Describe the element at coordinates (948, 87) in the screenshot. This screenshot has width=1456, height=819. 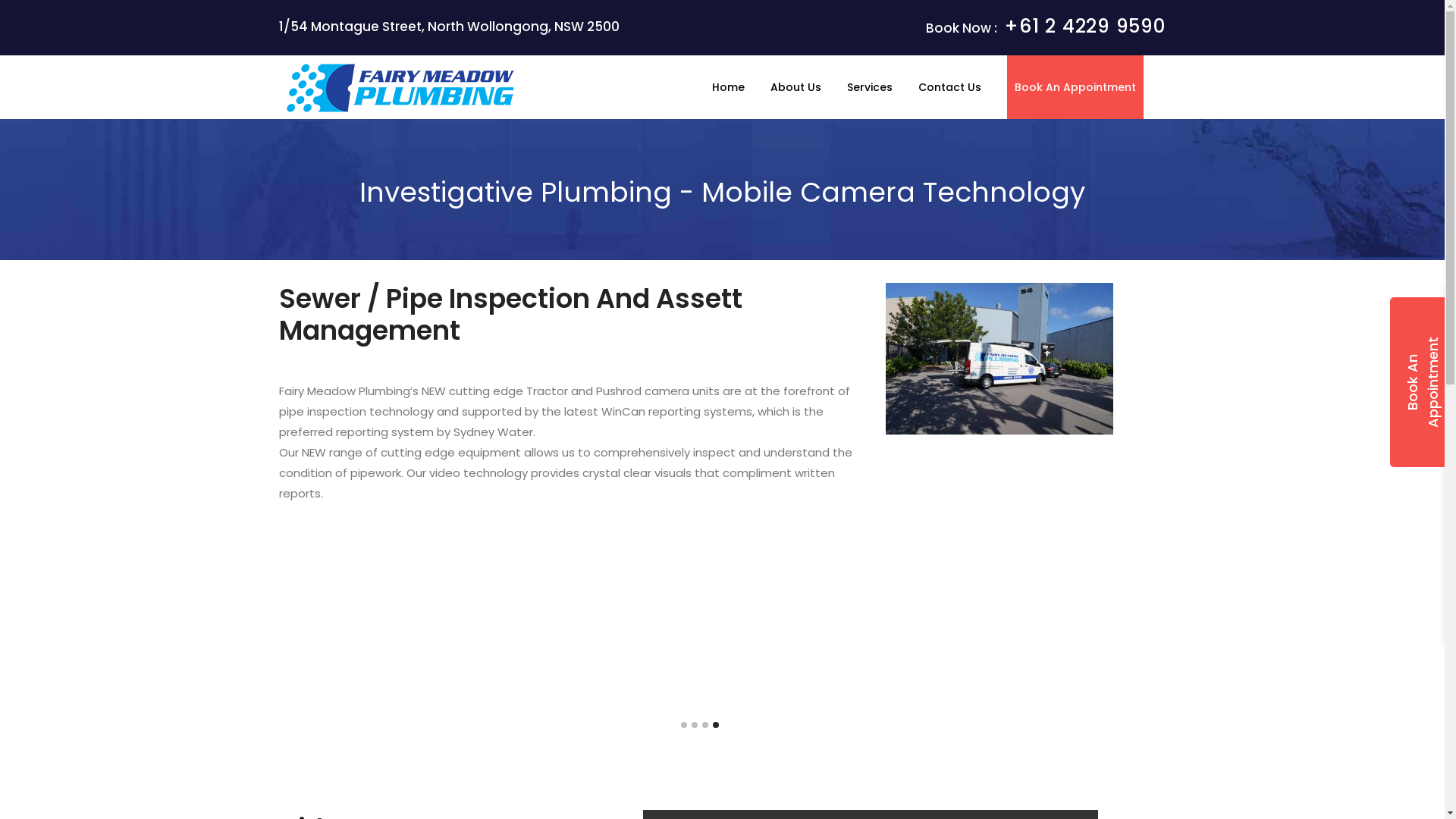
I see `'Contact Us'` at that location.